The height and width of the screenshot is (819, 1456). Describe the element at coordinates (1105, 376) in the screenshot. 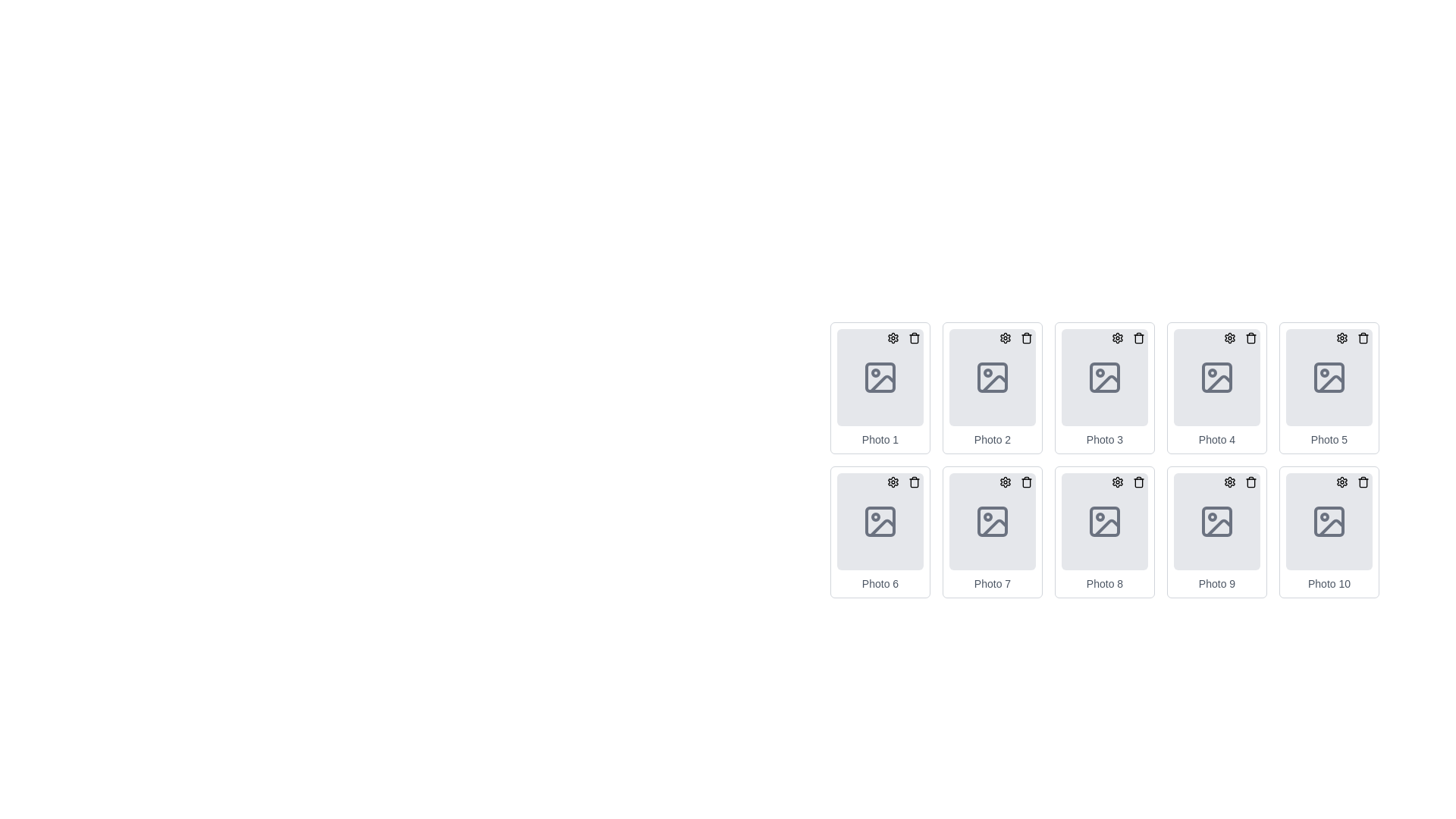

I see `the image placeholder located in the card labeled 'Photo 3'` at that location.